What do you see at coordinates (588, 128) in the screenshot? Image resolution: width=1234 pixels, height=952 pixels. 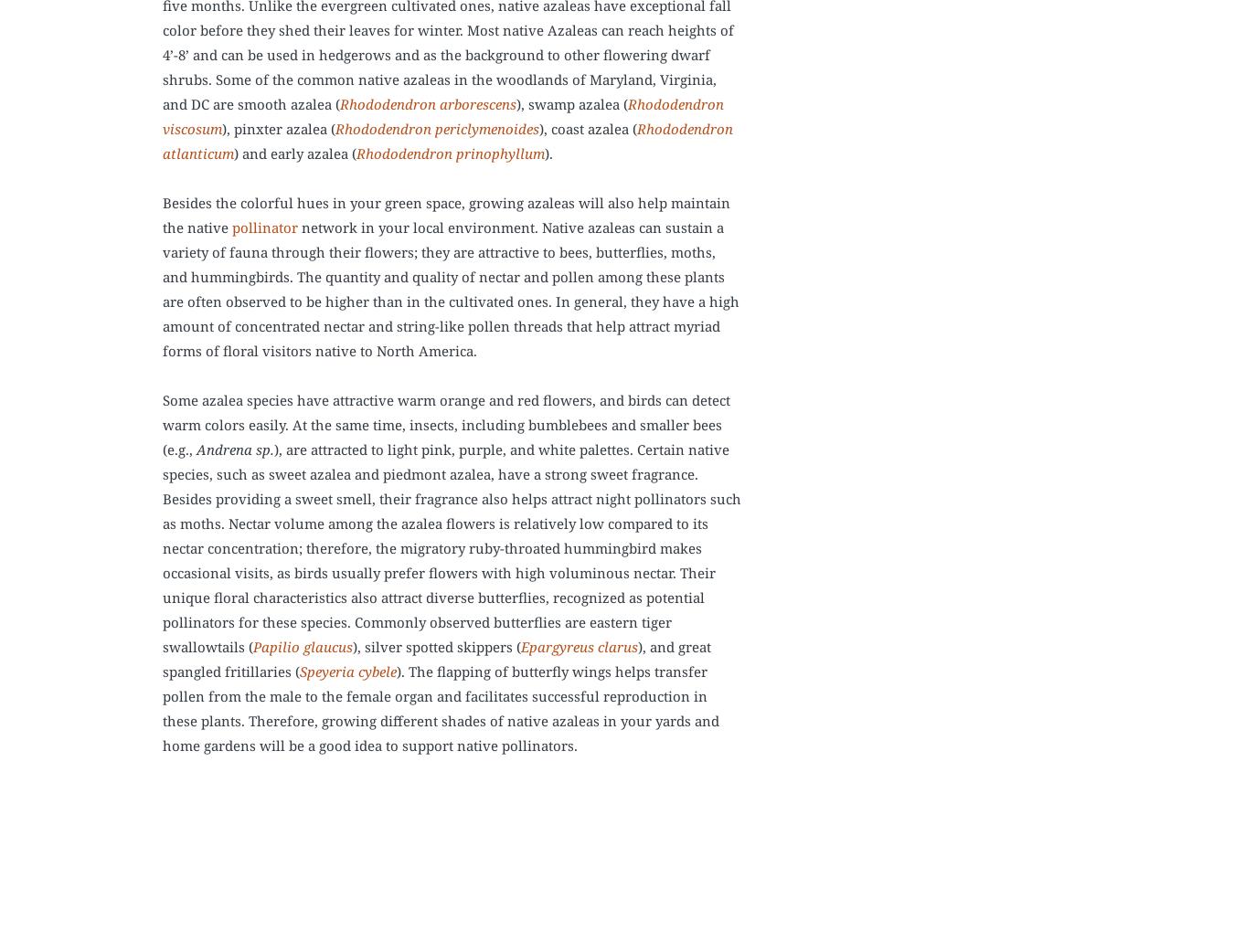 I see `'), coast azalea ('` at bounding box center [588, 128].